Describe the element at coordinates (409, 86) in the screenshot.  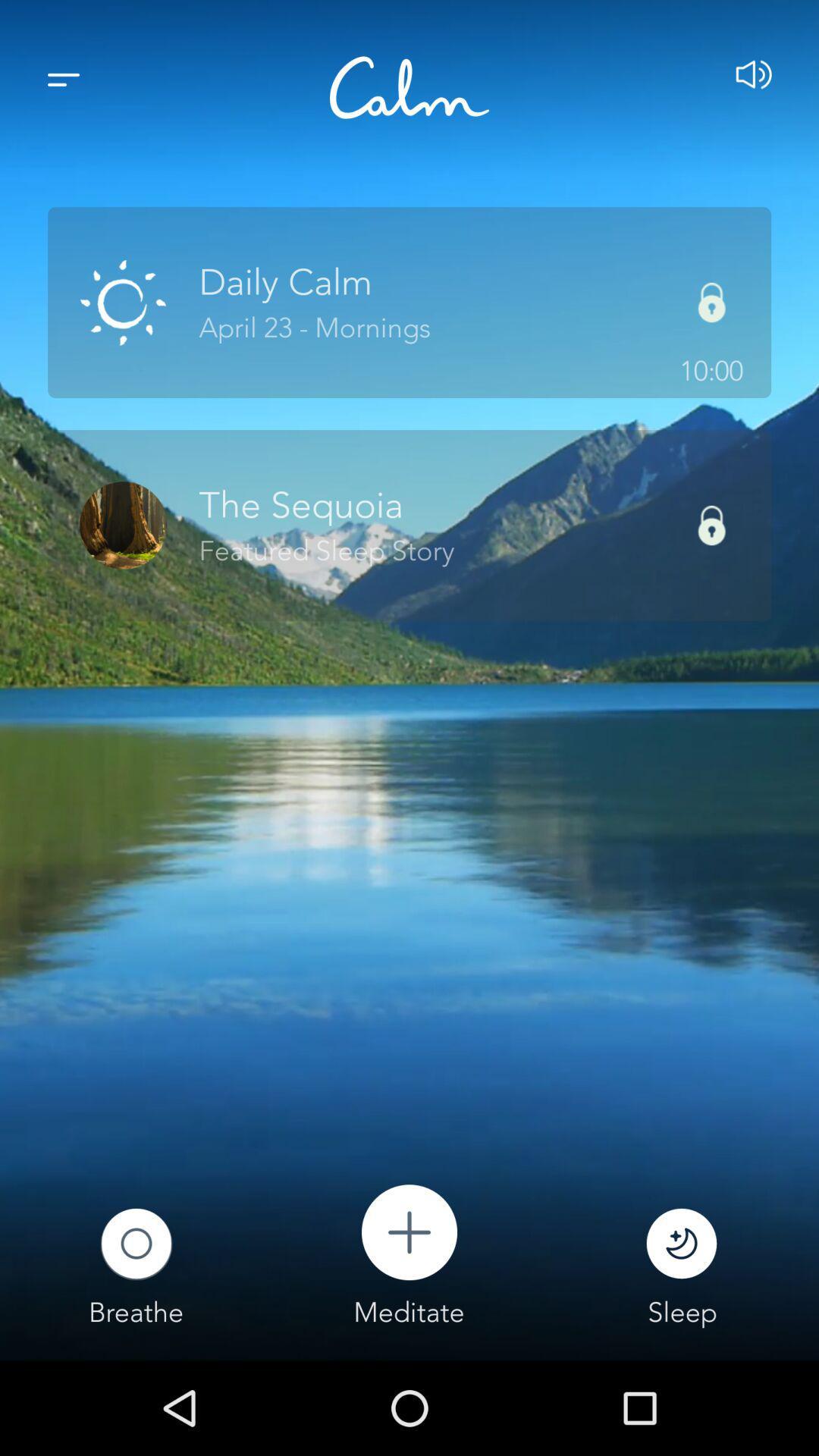
I see `the font icon` at that location.